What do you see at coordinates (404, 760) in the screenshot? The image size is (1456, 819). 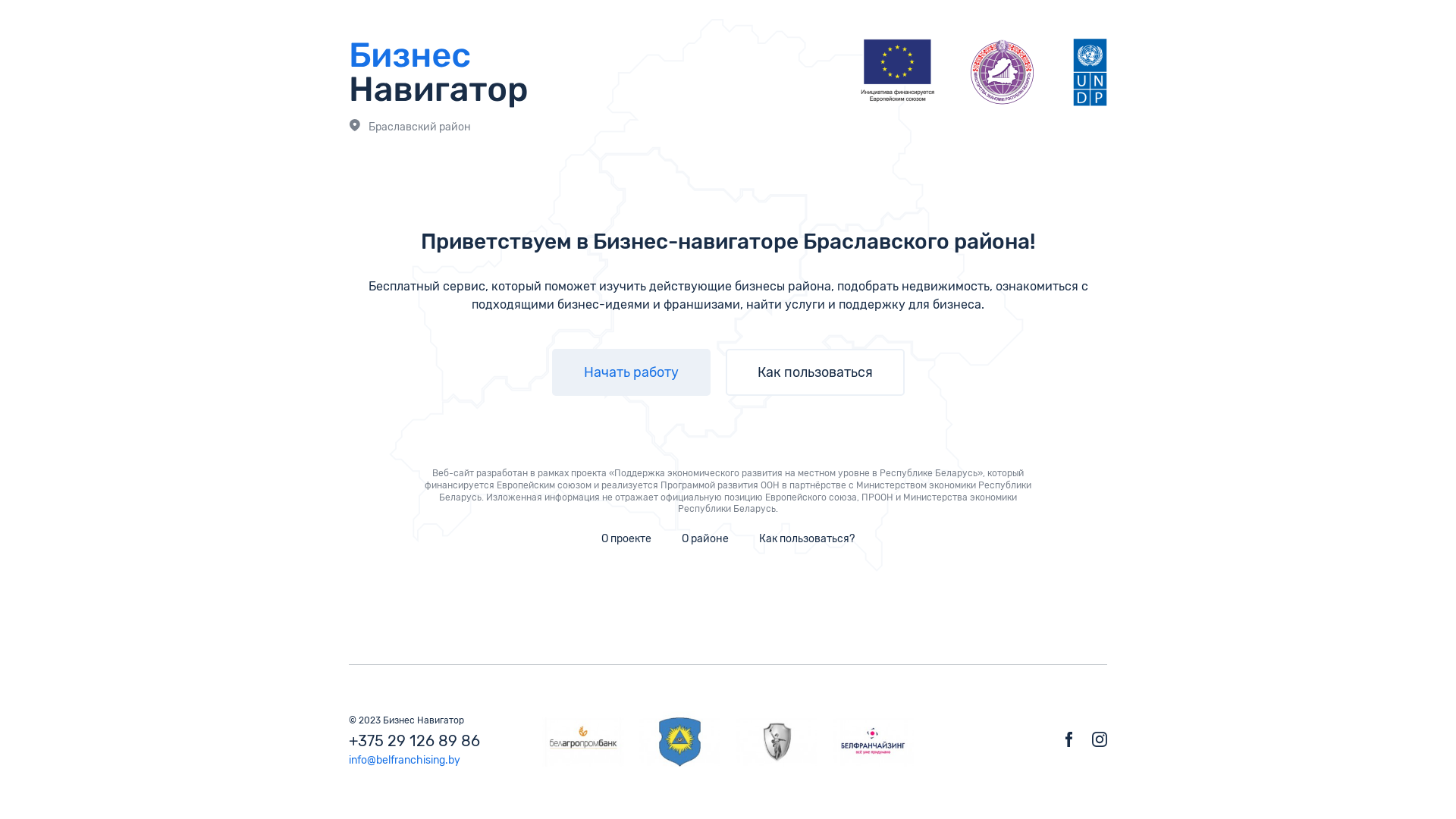 I see `'info@belfranchising.by'` at bounding box center [404, 760].